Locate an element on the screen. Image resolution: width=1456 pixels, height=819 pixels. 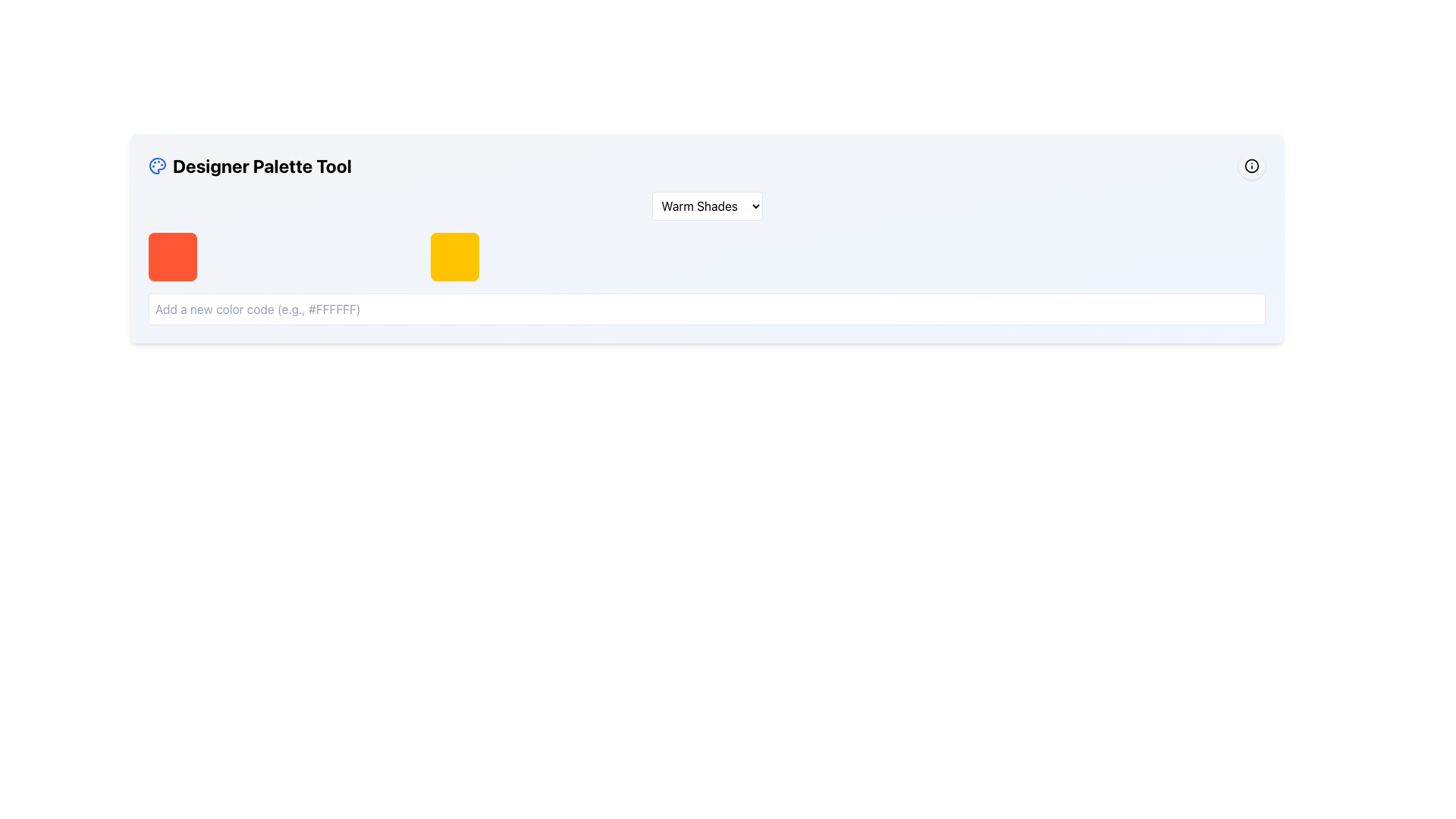
the blue outline style palette icon located at the top left corner of the interface, preceding the text 'Designer Palette Tool' is located at coordinates (157, 166).